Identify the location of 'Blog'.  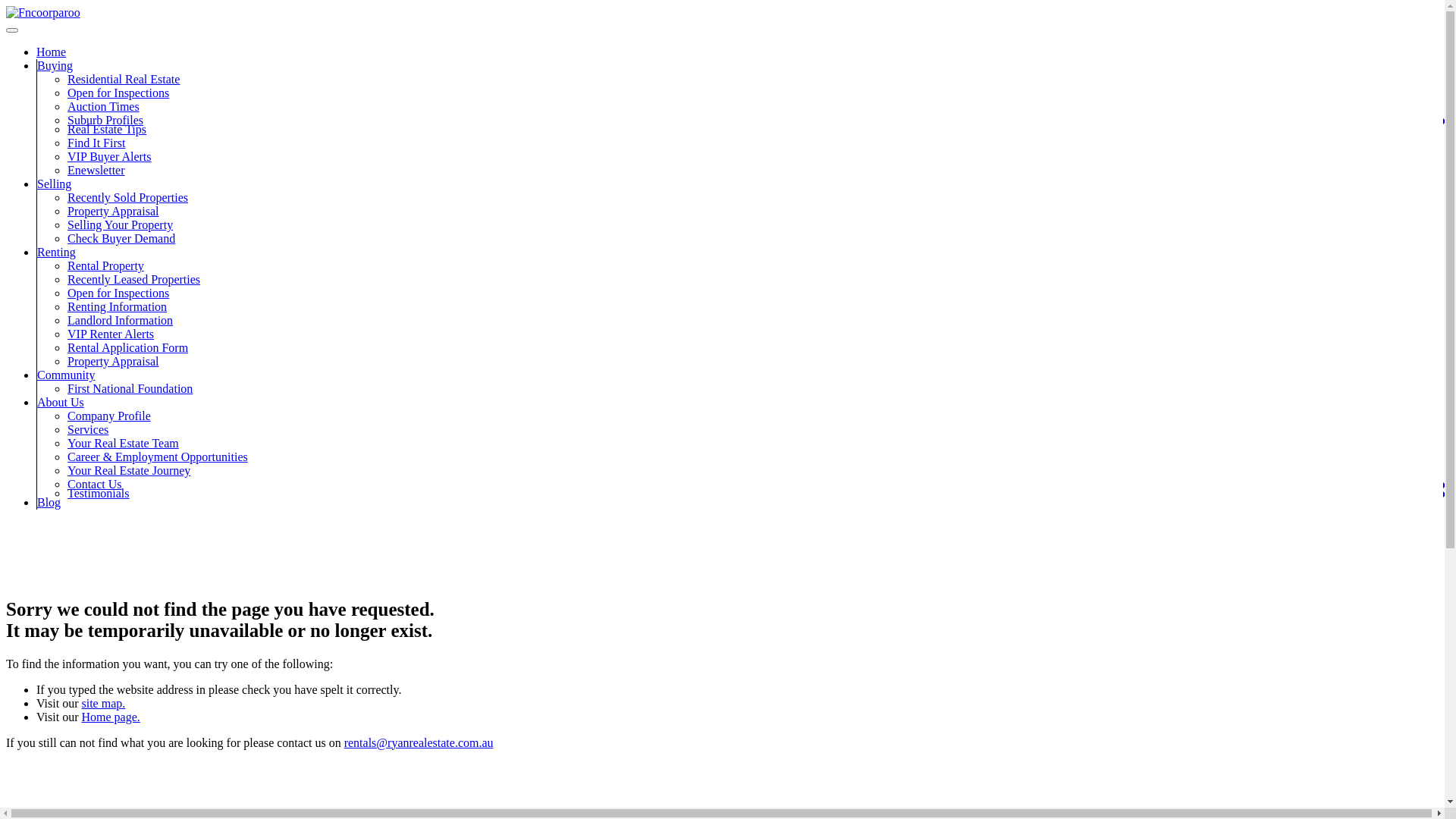
(49, 502).